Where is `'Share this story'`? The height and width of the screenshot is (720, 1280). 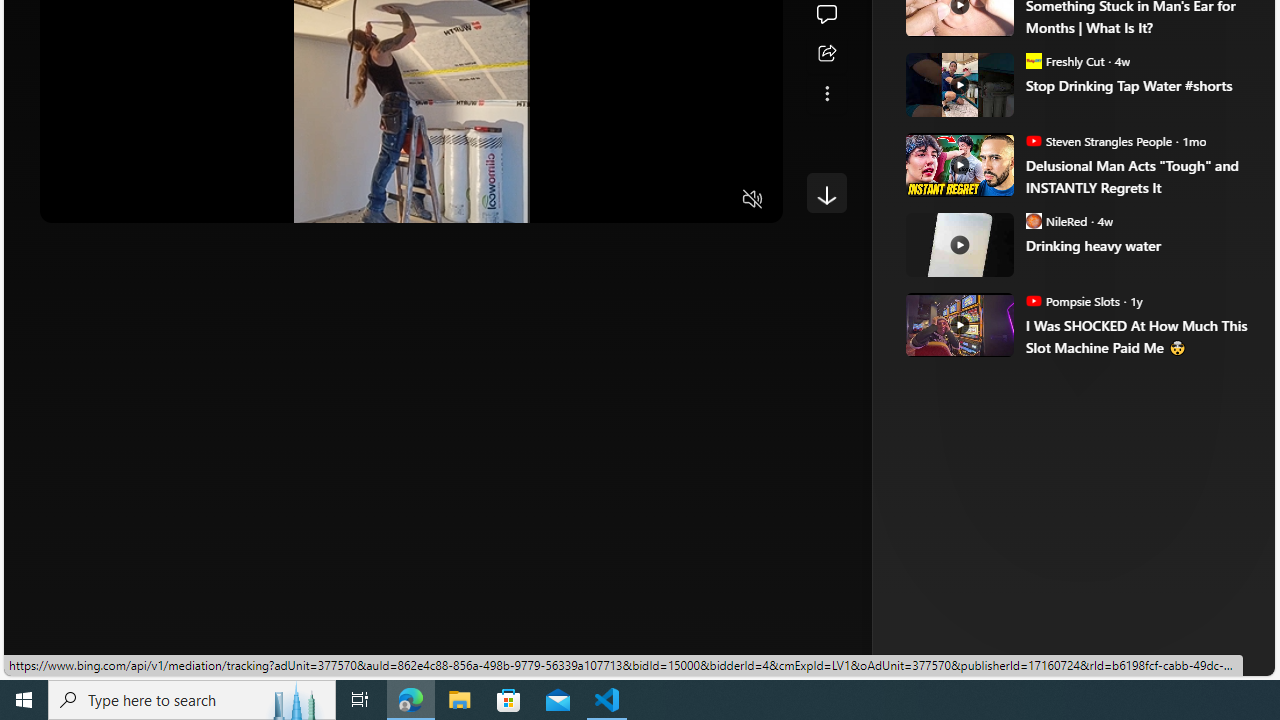 'Share this story' is located at coordinates (826, 53).